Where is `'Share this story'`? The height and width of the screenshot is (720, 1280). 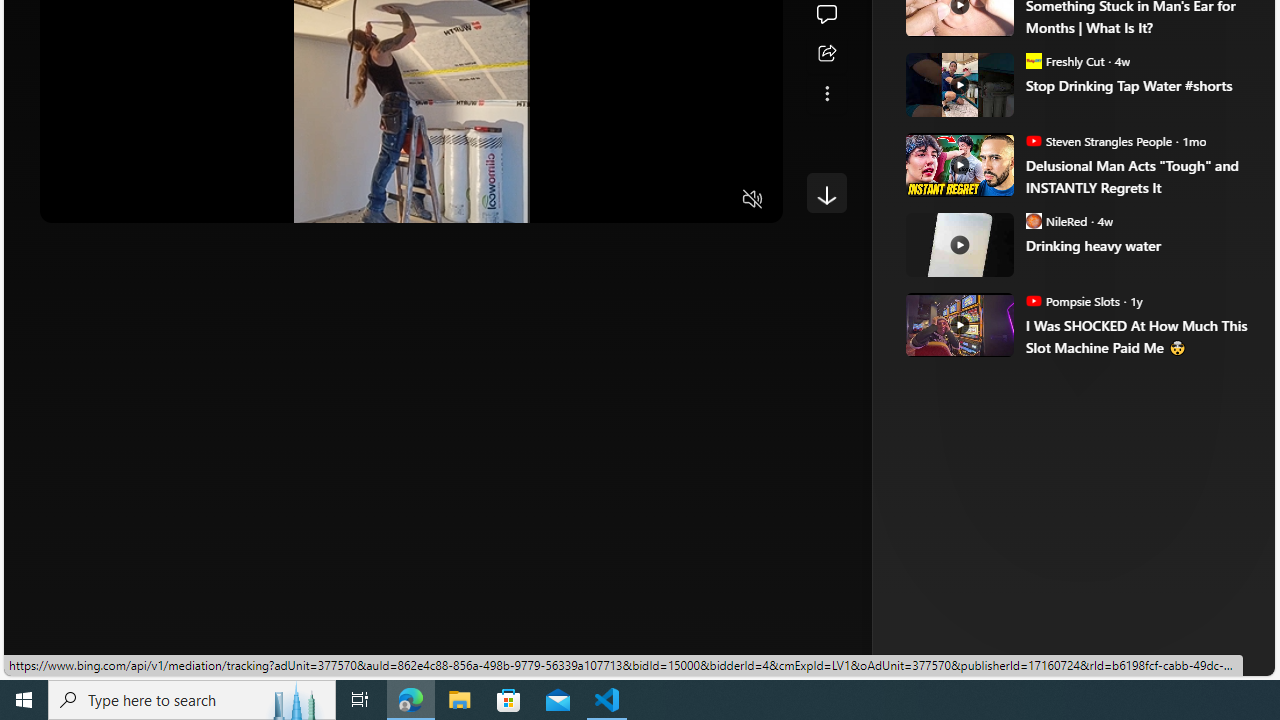 'Share this story' is located at coordinates (826, 53).